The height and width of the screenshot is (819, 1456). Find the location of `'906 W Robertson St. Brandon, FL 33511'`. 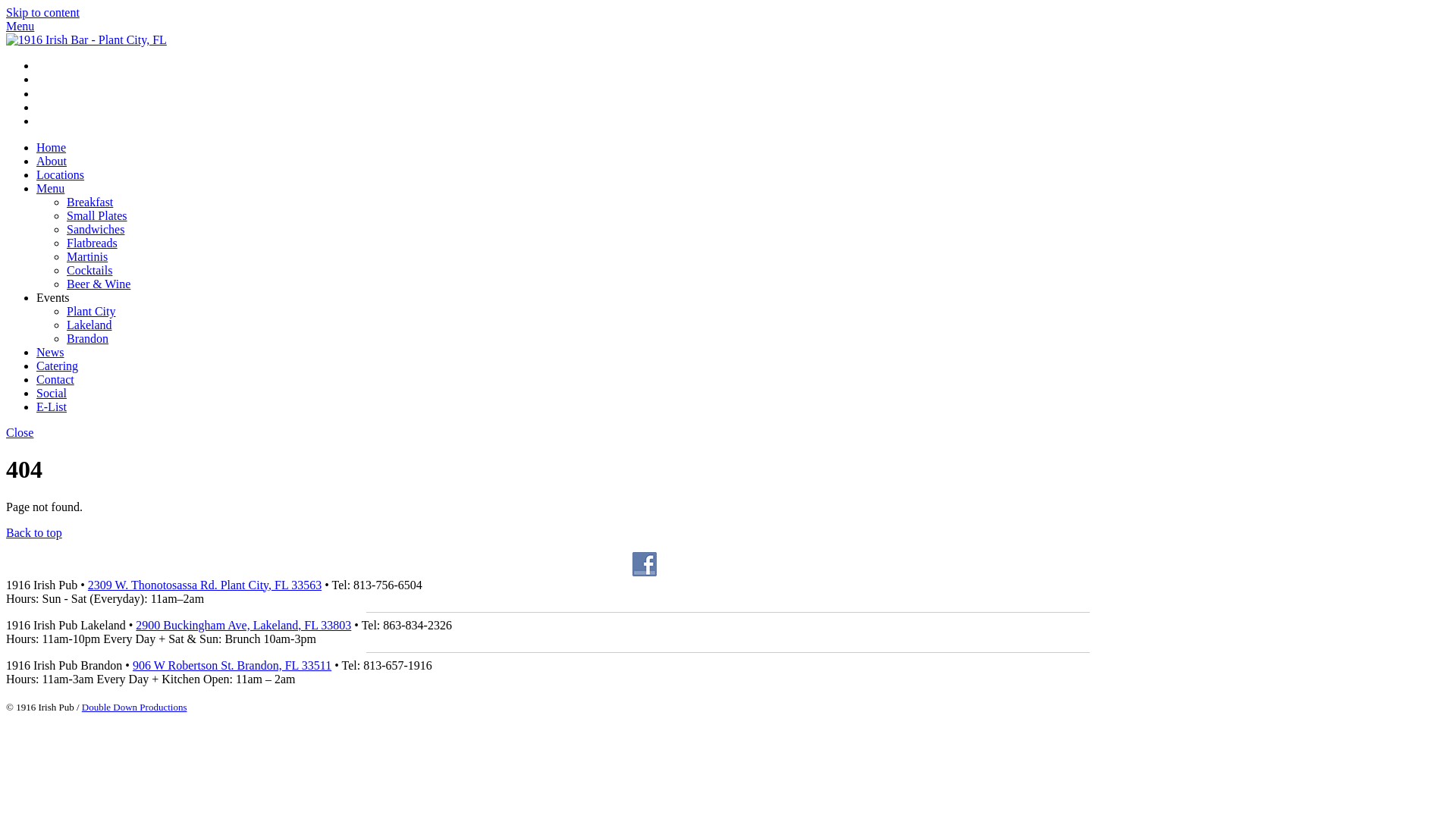

'906 W Robertson St. Brandon, FL 33511' is located at coordinates (231, 664).